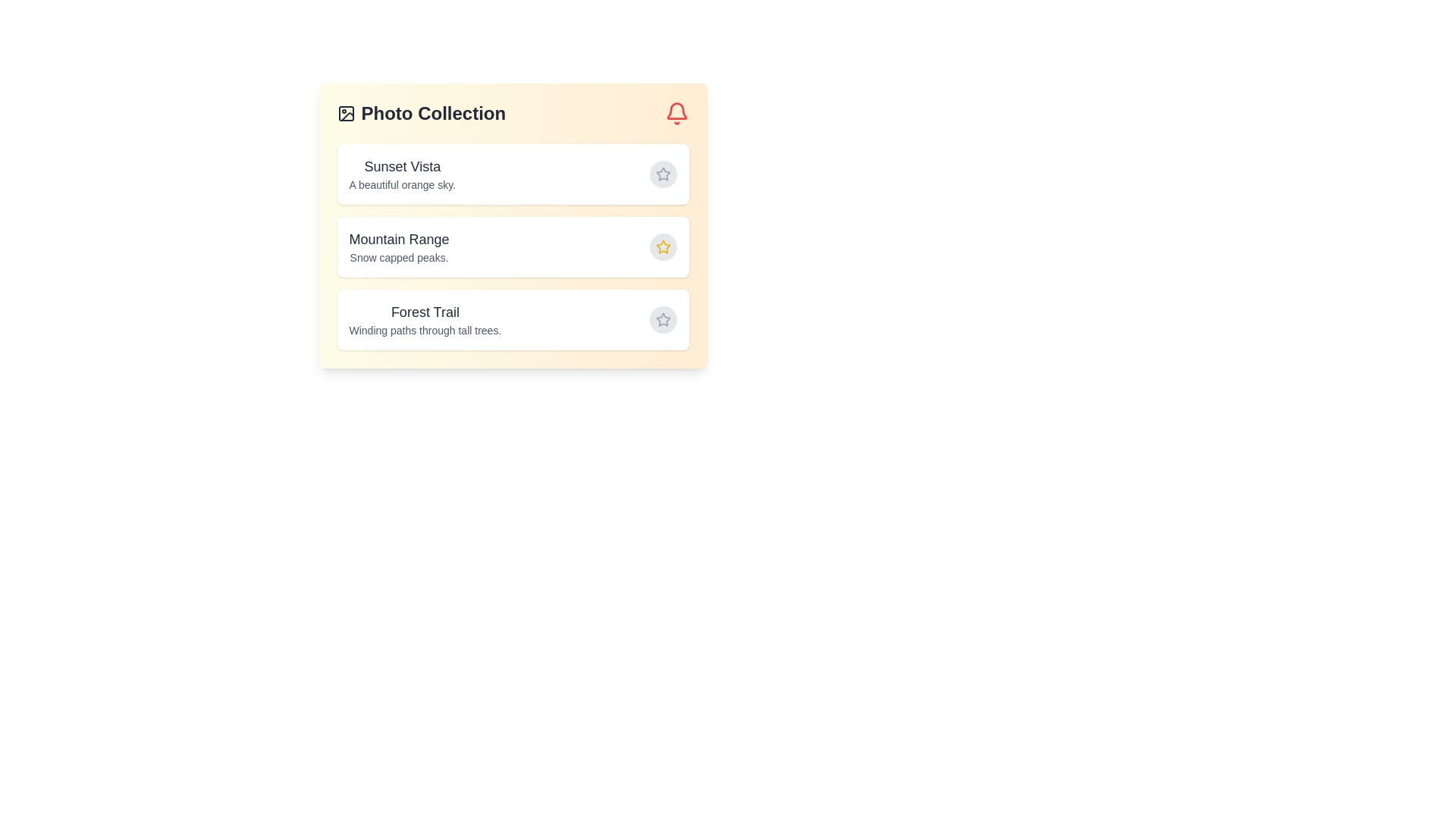  Describe the element at coordinates (513, 246) in the screenshot. I see `the item with title Mountain Range` at that location.